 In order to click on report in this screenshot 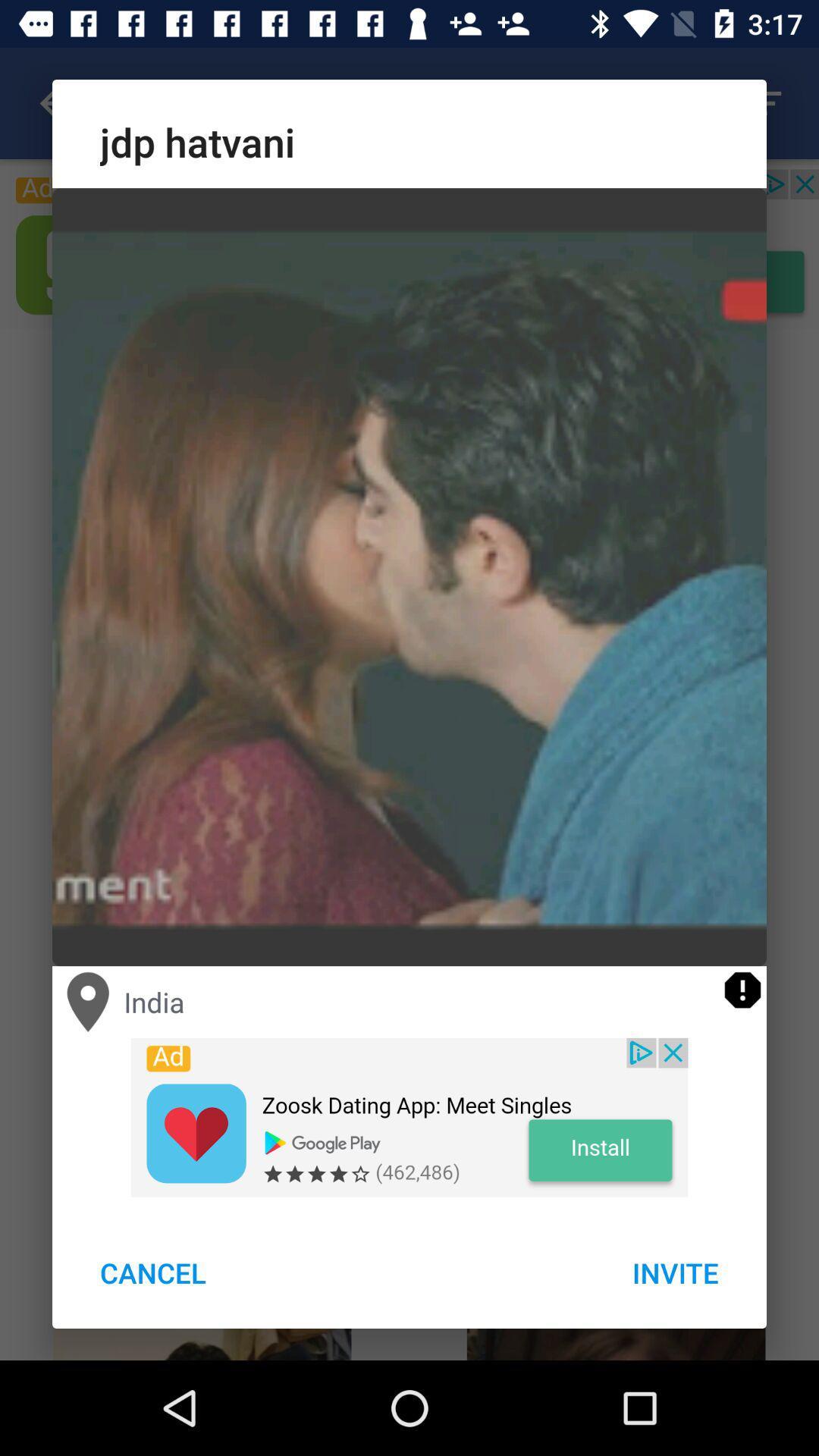, I will do `click(742, 990)`.